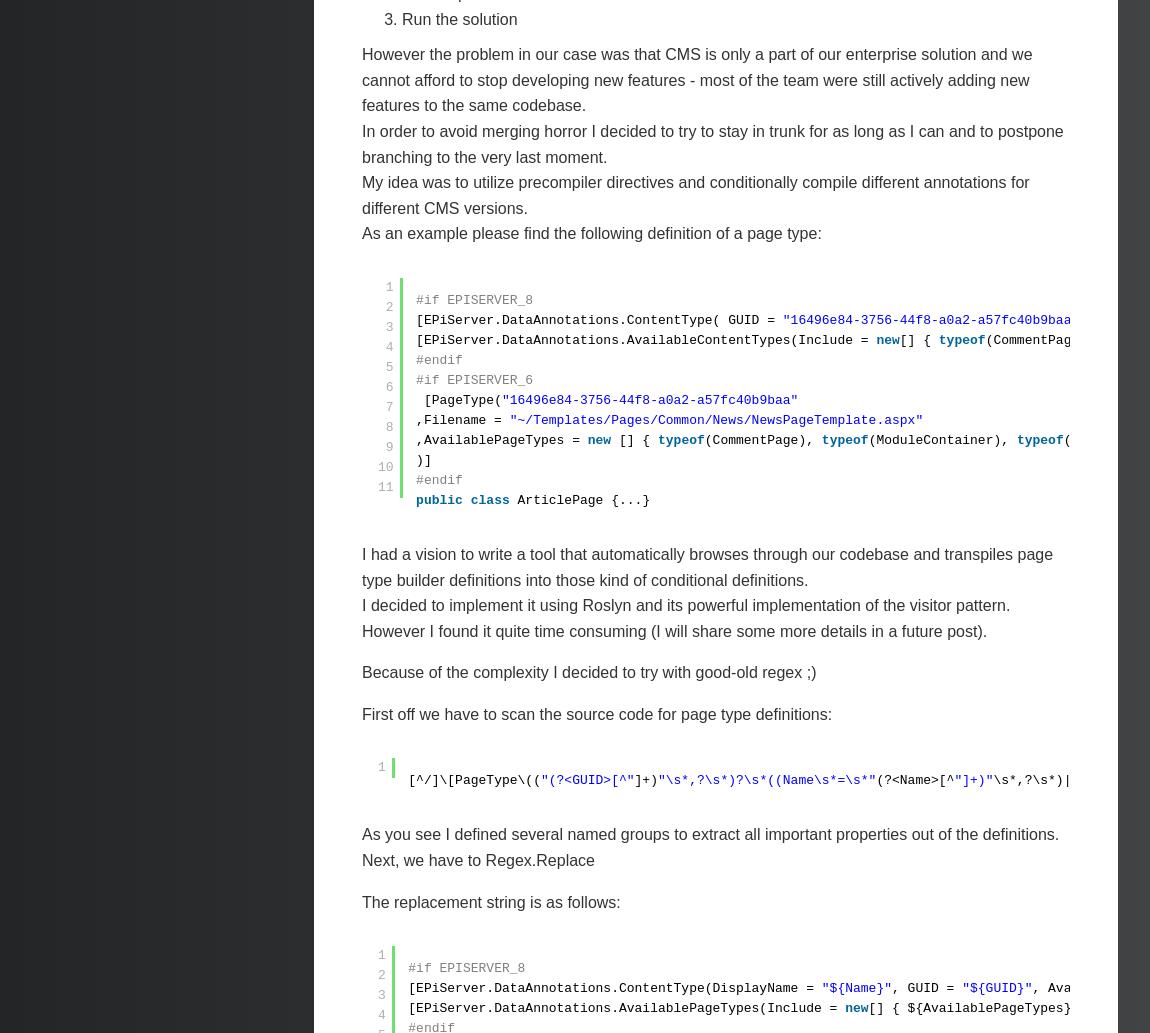 Image resolution: width=1150 pixels, height=1033 pixels. Describe the element at coordinates (461, 399) in the screenshot. I see `'[PageType('` at that location.